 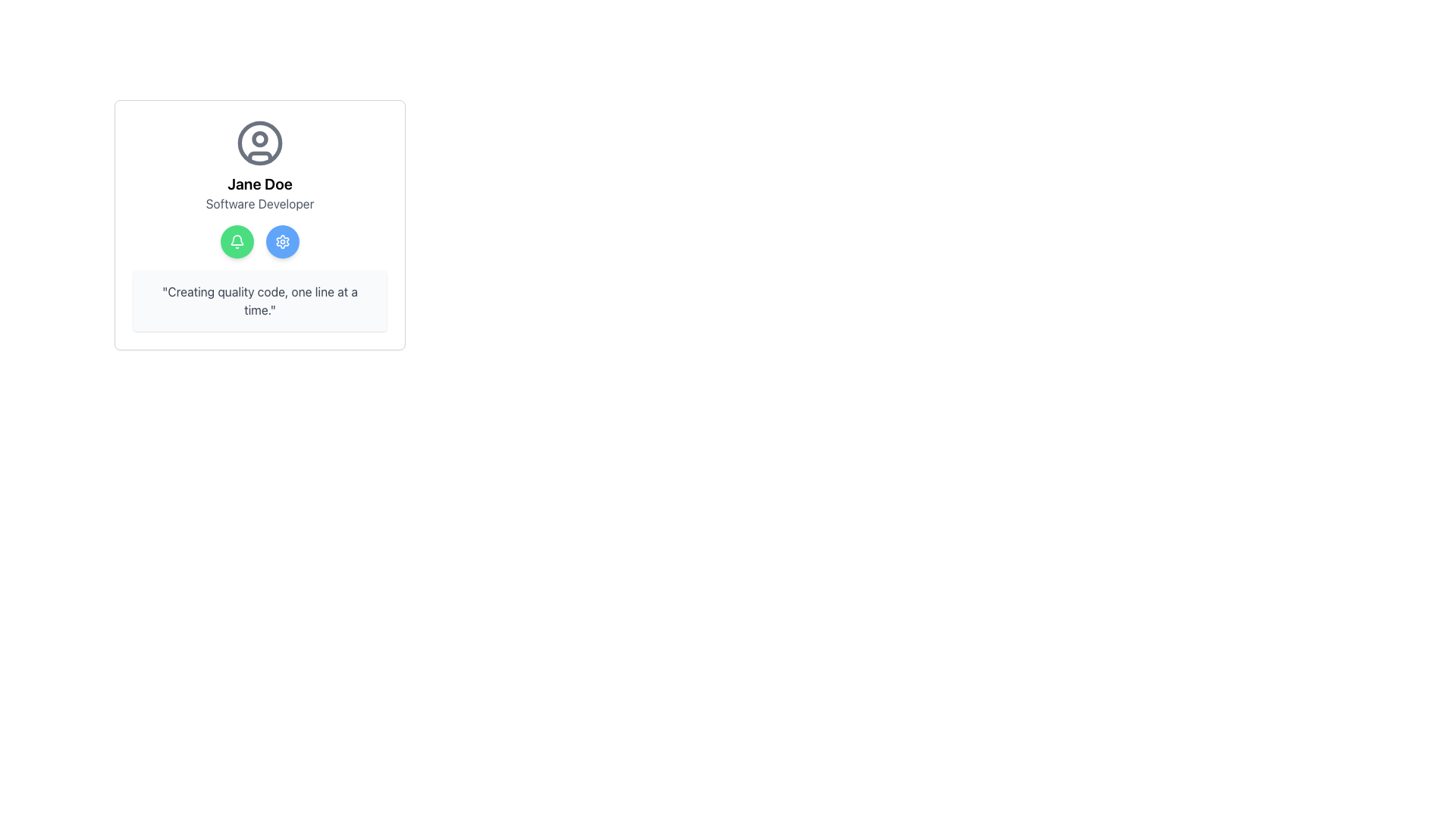 What do you see at coordinates (259, 143) in the screenshot?
I see `the circular user icon, which is gray and prominently located at the top-center of the card layout, above the text 'Jane Doe' and 'Software Developer'` at bounding box center [259, 143].